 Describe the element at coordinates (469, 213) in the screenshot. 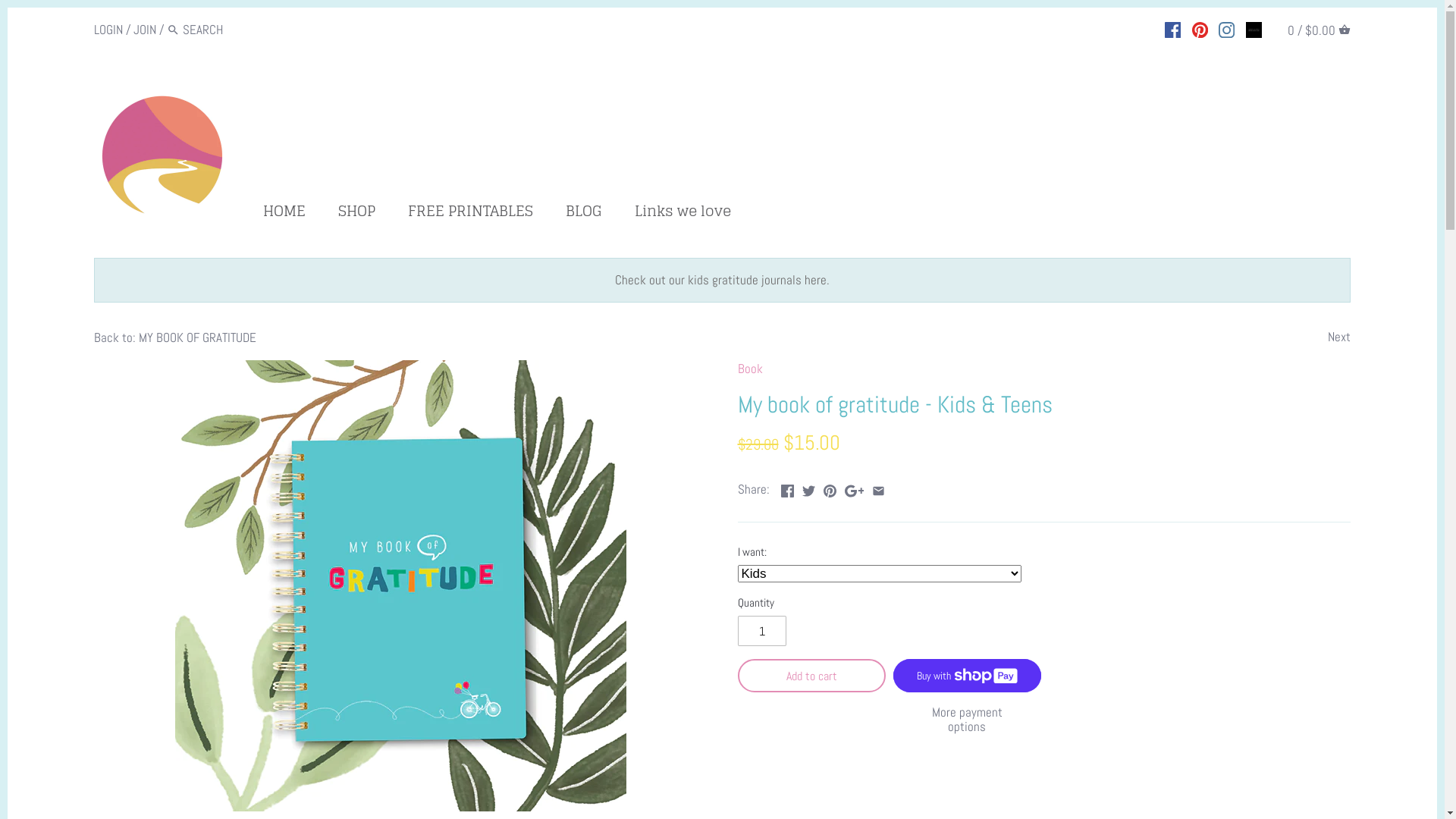

I see `'FREE PRINTABLES'` at that location.